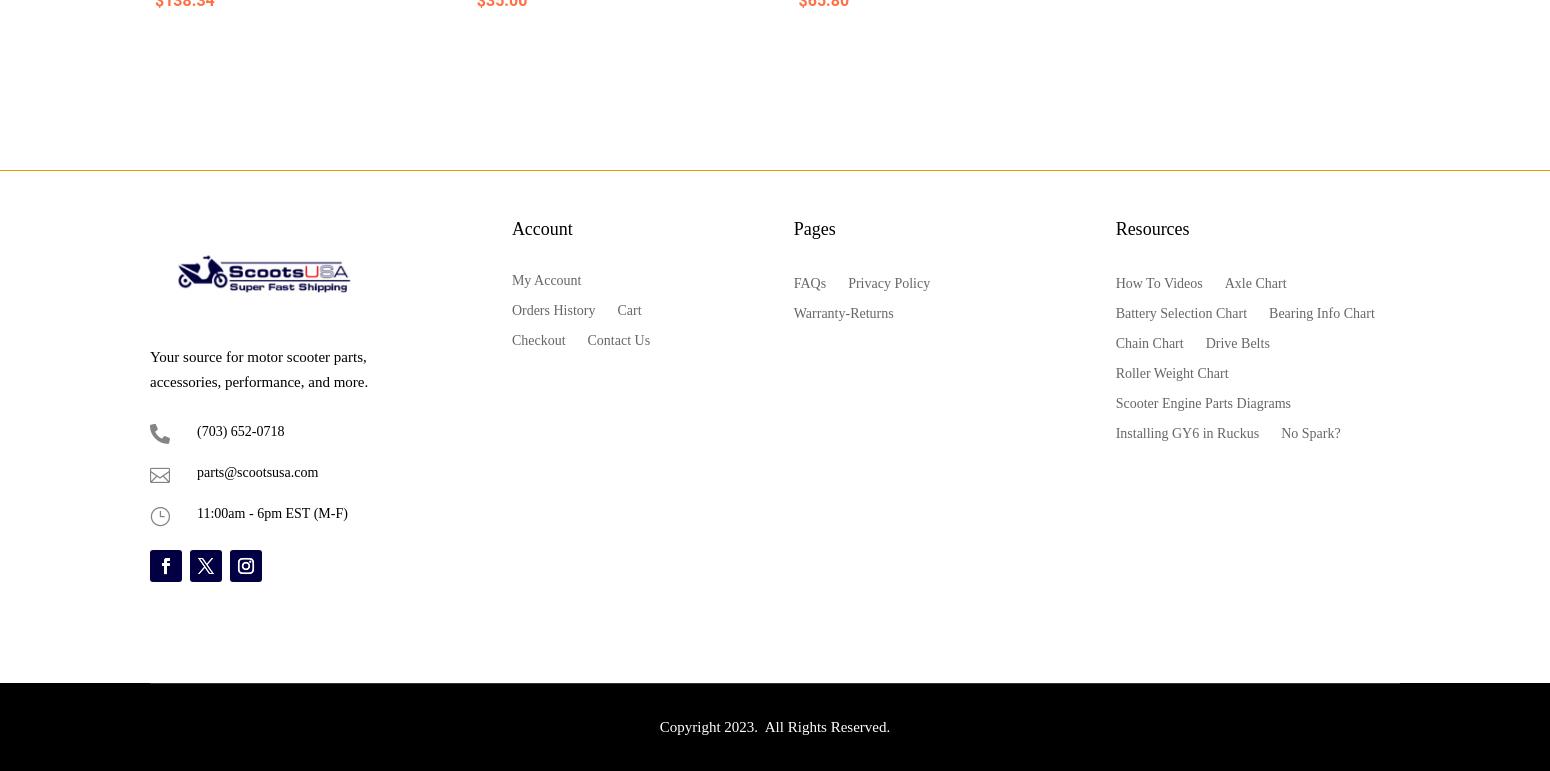 This screenshot has height=771, width=1550. I want to click on 'My Account', so click(510, 278).